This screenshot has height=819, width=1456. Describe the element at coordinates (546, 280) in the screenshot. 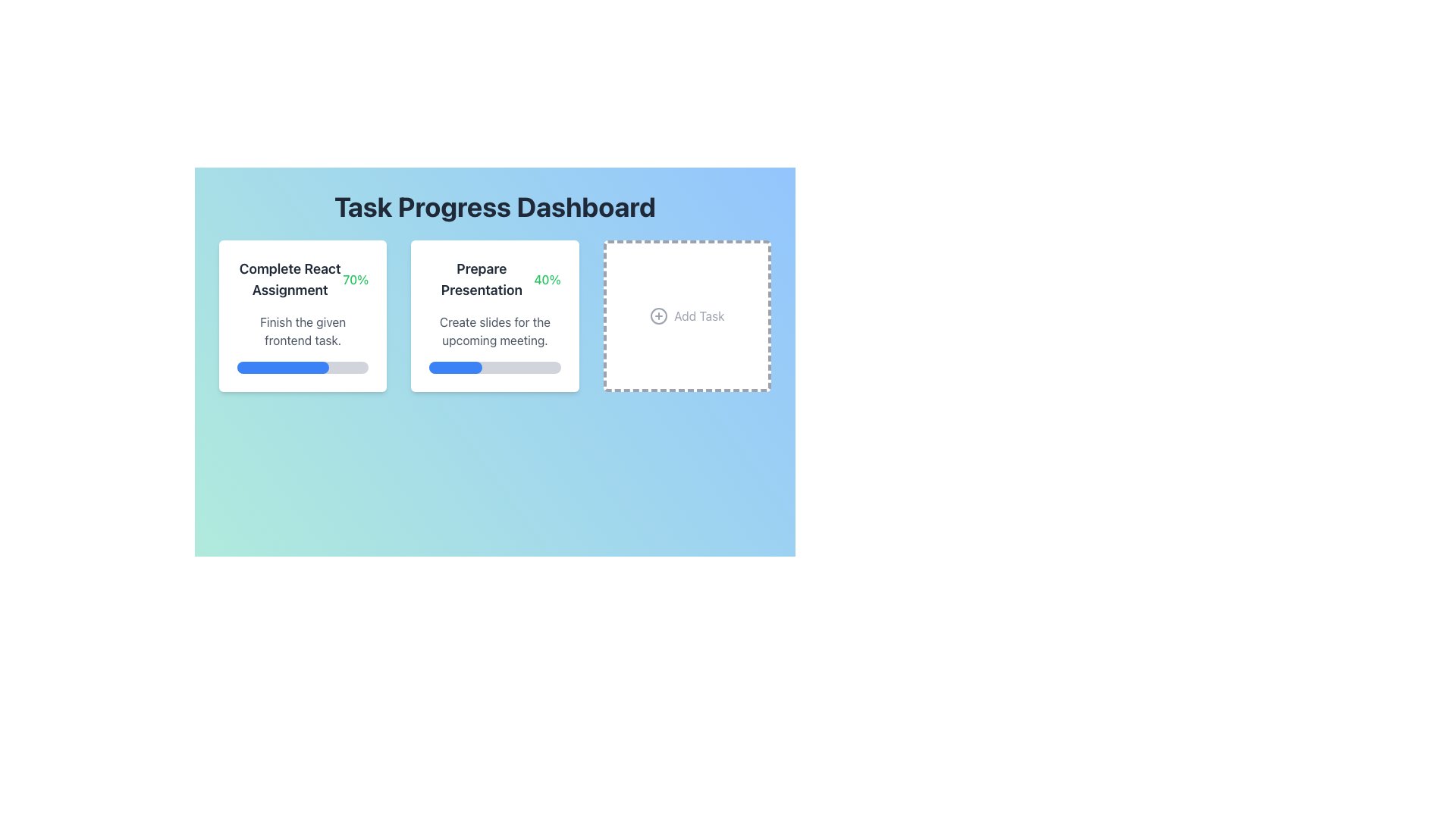

I see `the text label that displays the progress percentage of the task 'Prepare Presentation', located in the second card from the left in the task progress dashboard` at that location.